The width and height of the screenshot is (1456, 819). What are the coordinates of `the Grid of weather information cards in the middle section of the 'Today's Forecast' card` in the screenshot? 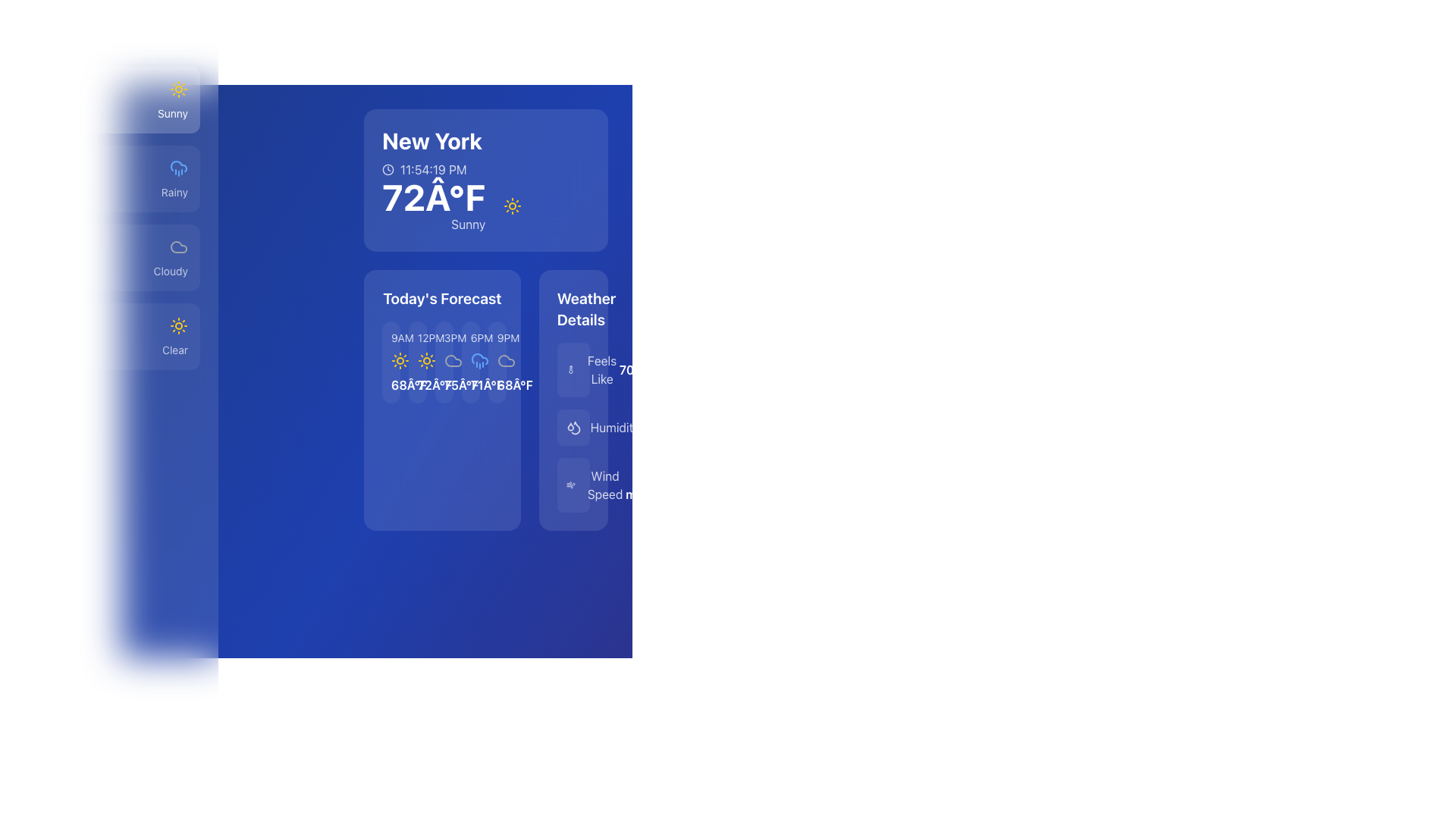 It's located at (441, 362).